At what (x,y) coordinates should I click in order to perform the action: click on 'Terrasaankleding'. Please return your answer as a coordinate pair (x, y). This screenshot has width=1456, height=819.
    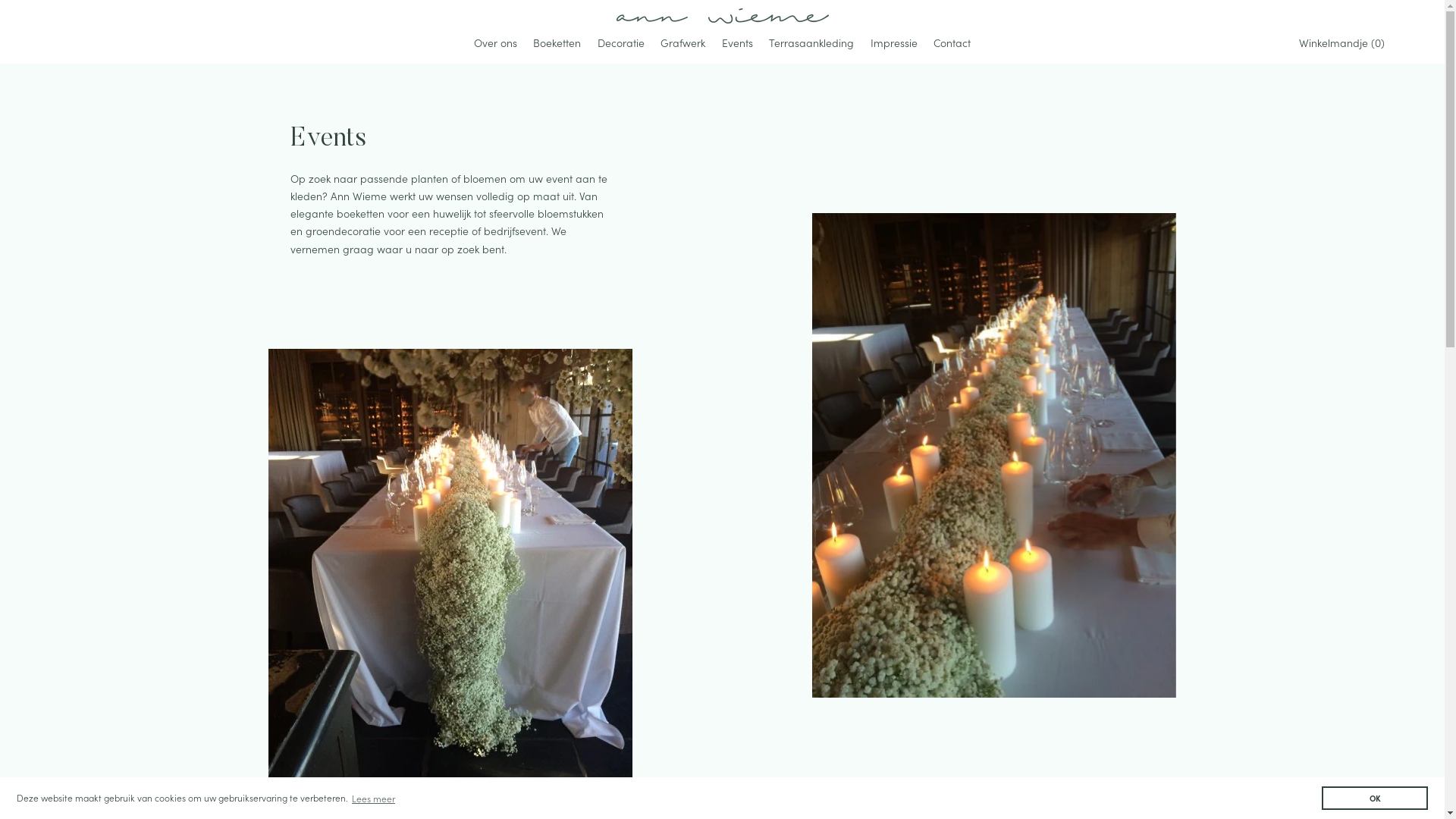
    Looking at the image, I should click on (811, 43).